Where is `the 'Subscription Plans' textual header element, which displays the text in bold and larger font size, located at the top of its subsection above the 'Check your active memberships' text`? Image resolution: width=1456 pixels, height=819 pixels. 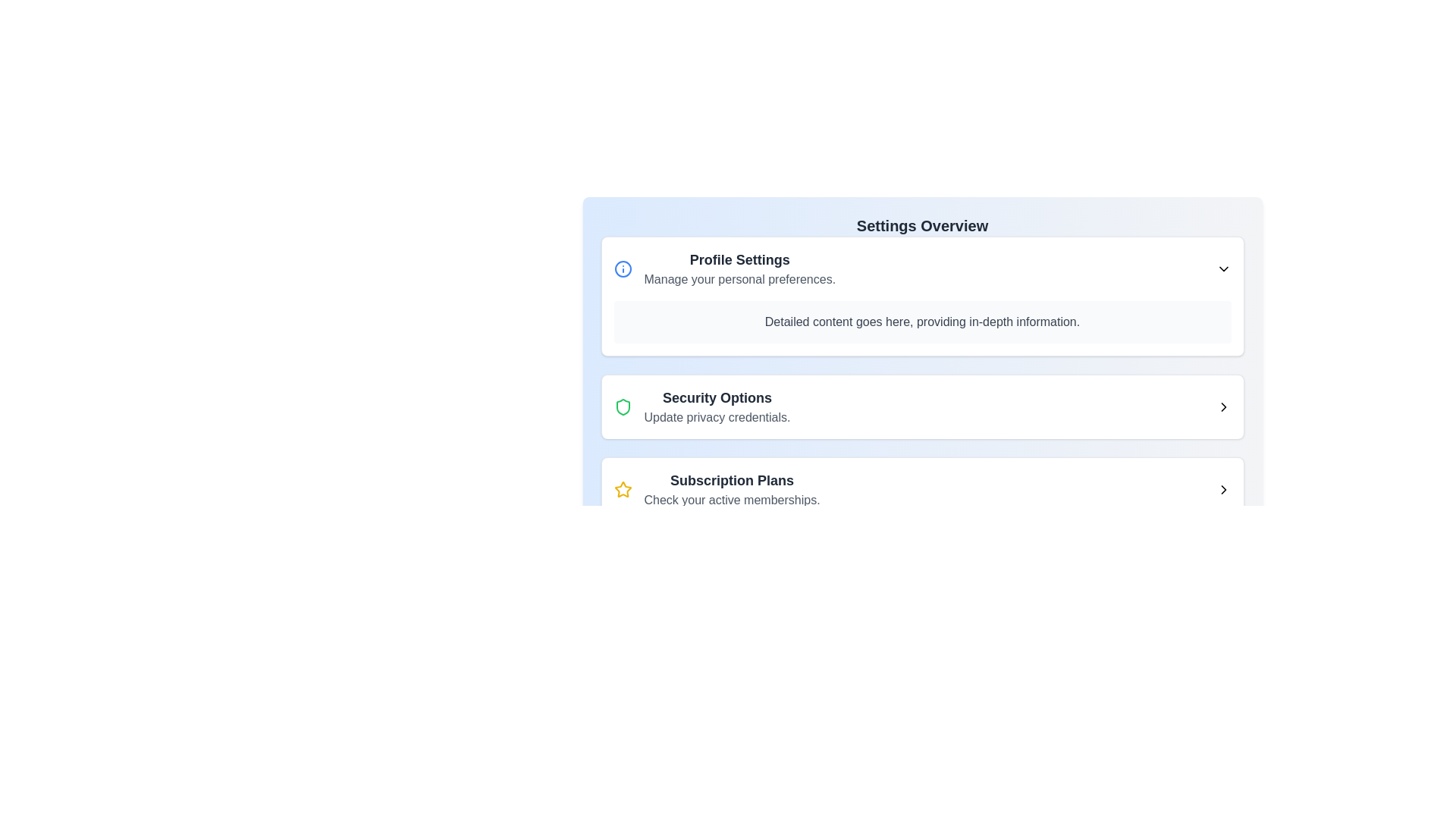 the 'Subscription Plans' textual header element, which displays the text in bold and larger font size, located at the top of its subsection above the 'Check your active memberships' text is located at coordinates (732, 480).